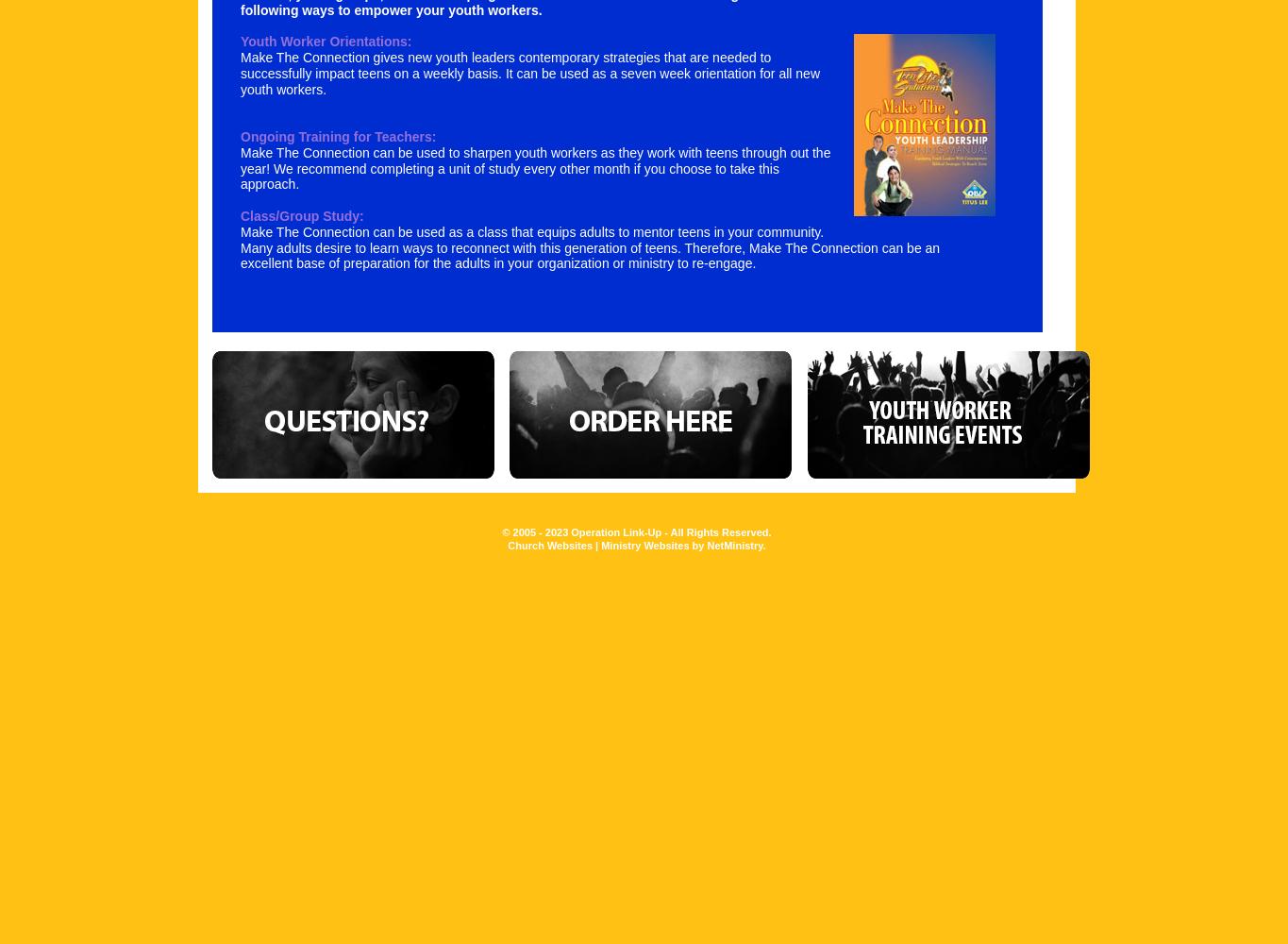  What do you see at coordinates (240, 42) in the screenshot?
I see `'Youth Worker Orientations:'` at bounding box center [240, 42].